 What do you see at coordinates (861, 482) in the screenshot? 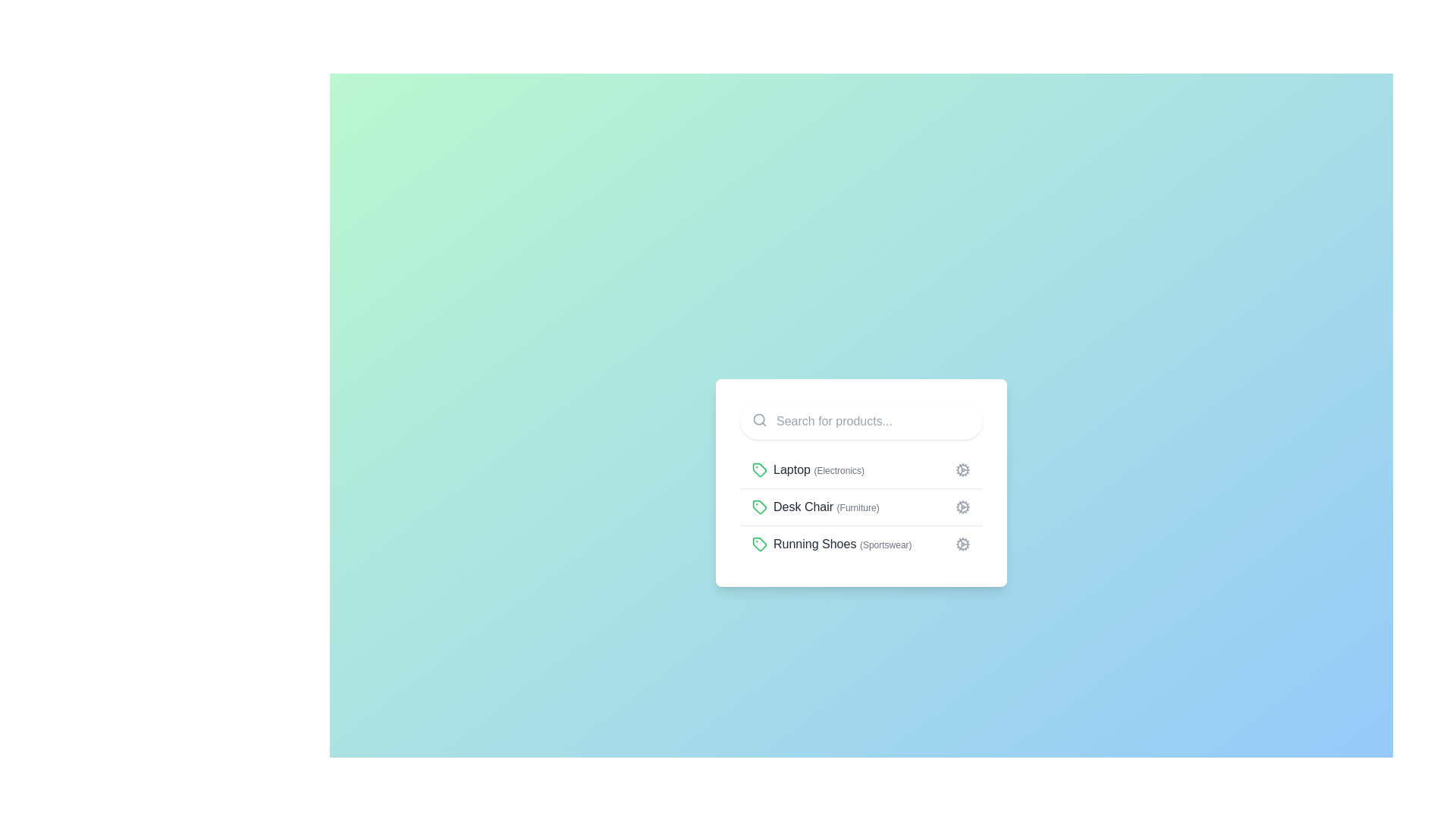
I see `the interactive list item labeled 'Laptop (Electronics)'` at bounding box center [861, 482].